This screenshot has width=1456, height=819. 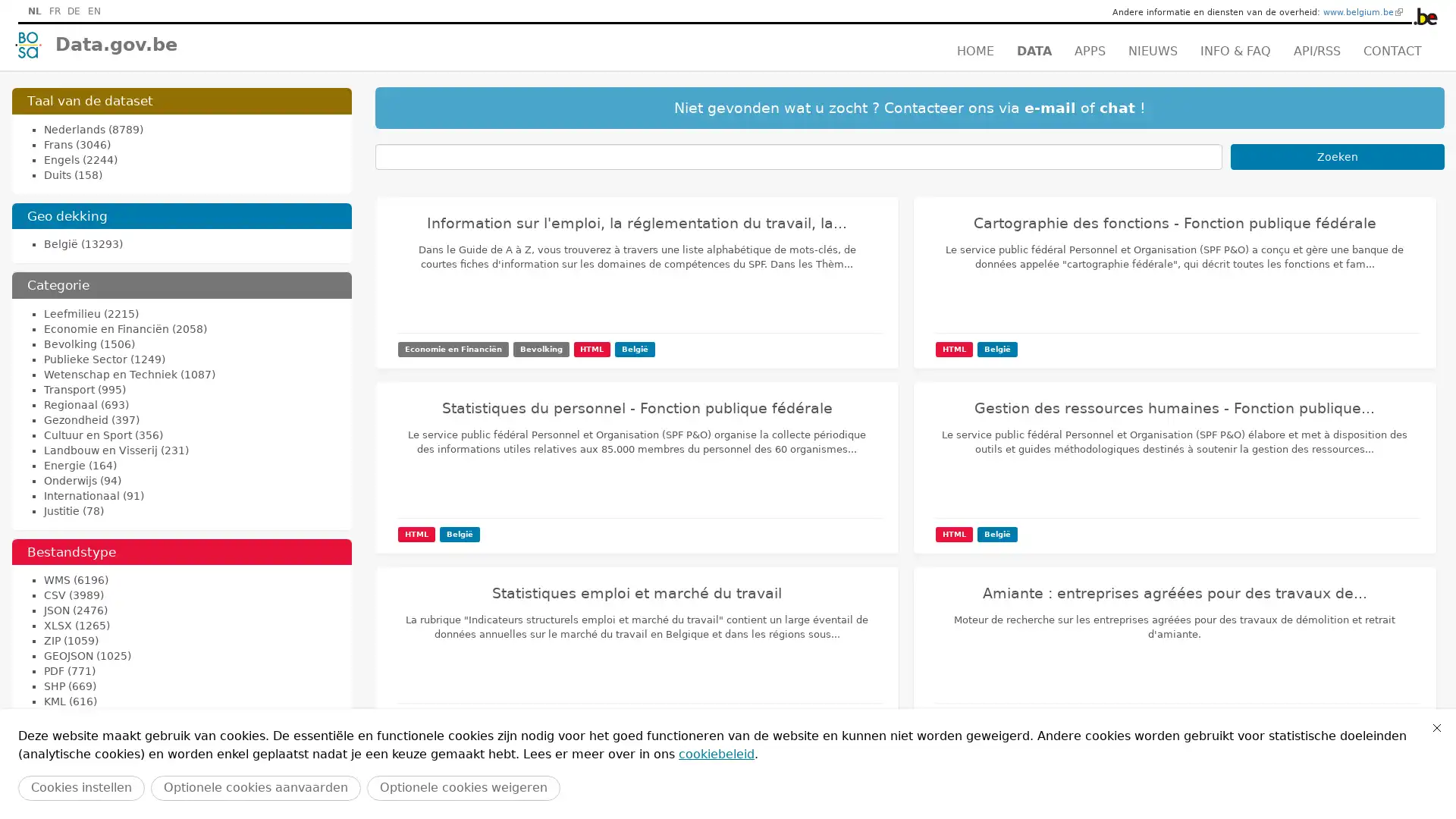 I want to click on Sluiten, so click(x=1436, y=727).